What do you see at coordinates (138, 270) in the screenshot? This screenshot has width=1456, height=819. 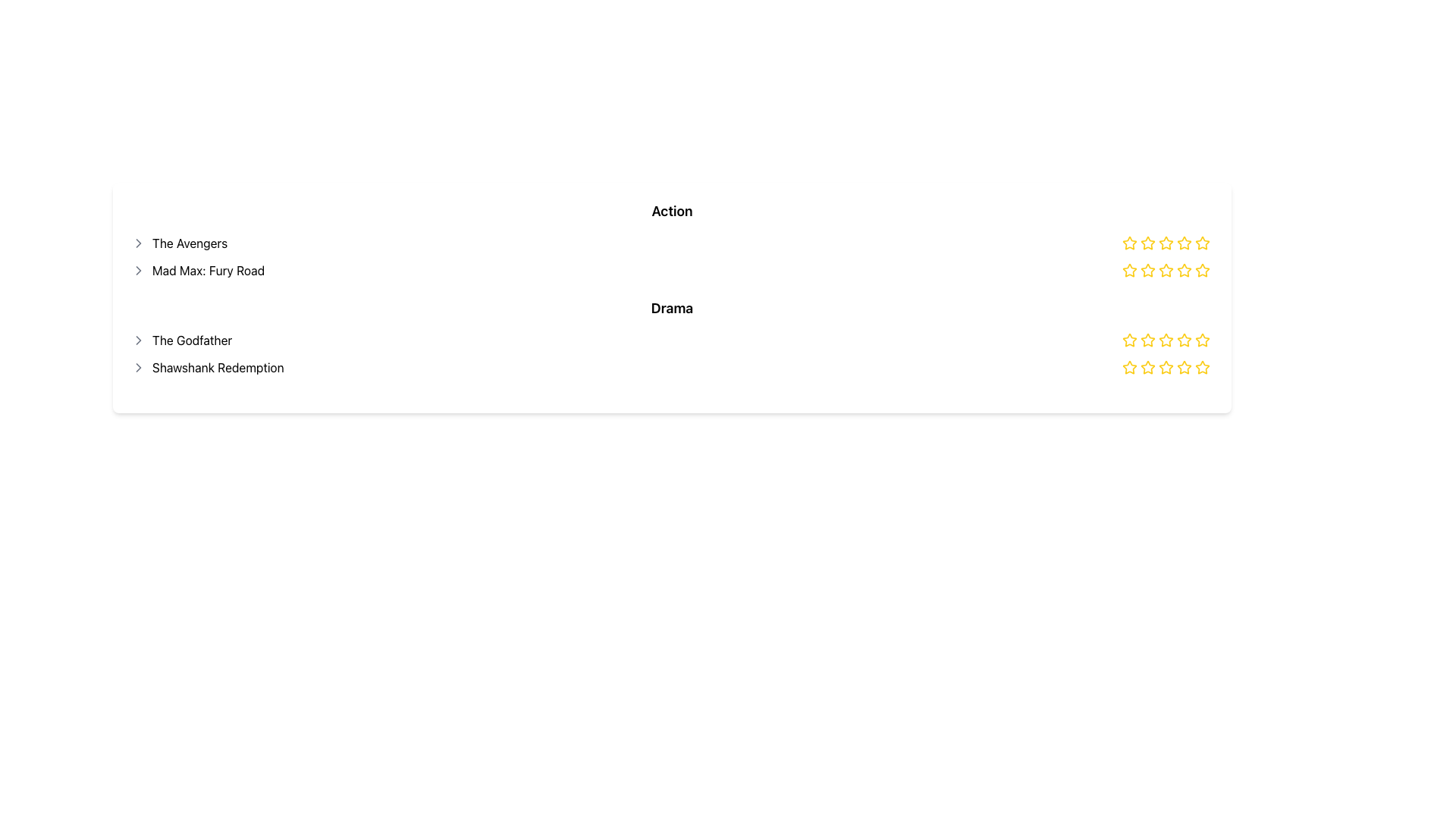 I see `the right-pointing arrow icon` at bounding box center [138, 270].